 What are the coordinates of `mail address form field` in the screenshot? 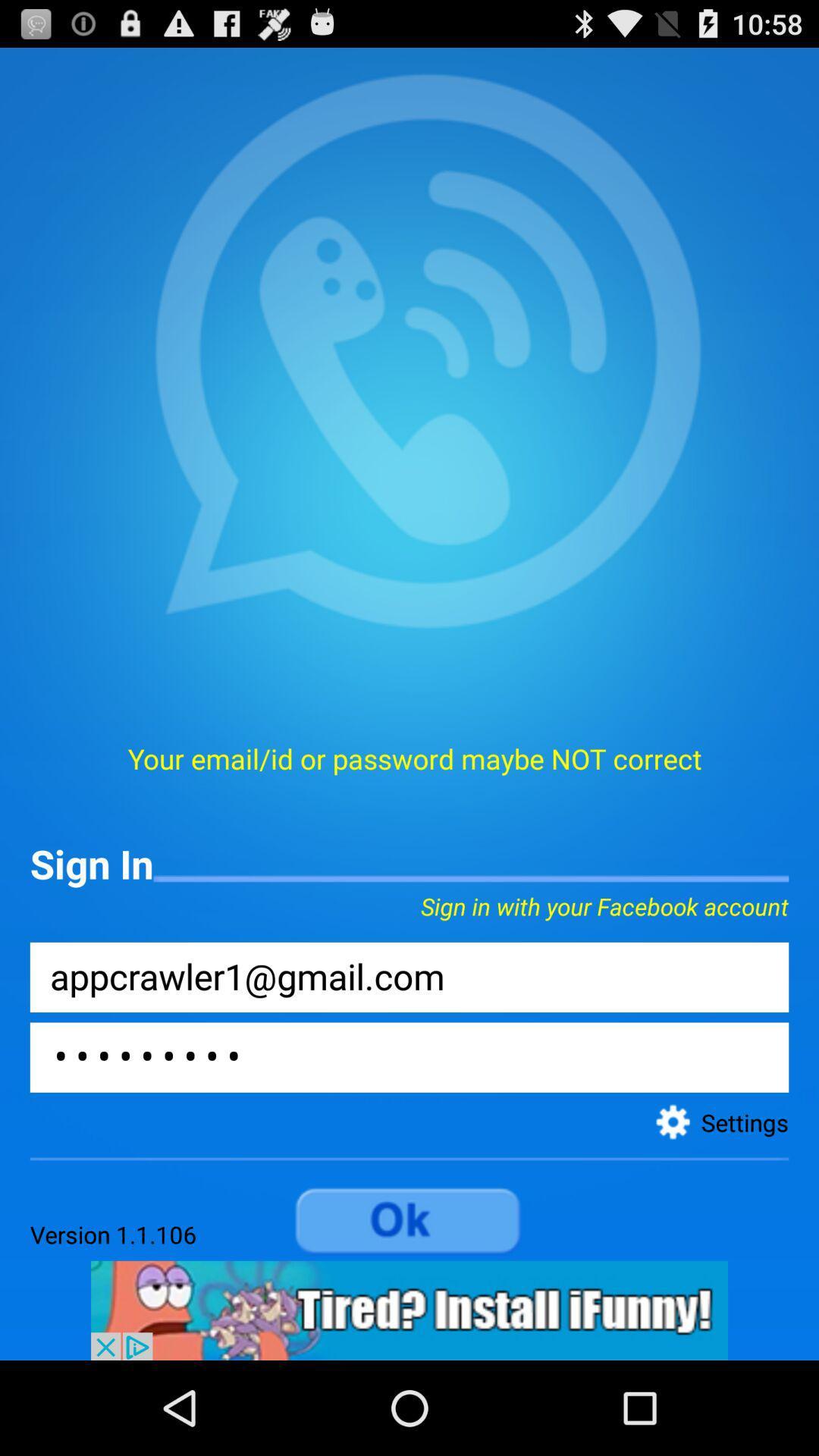 It's located at (409, 977).